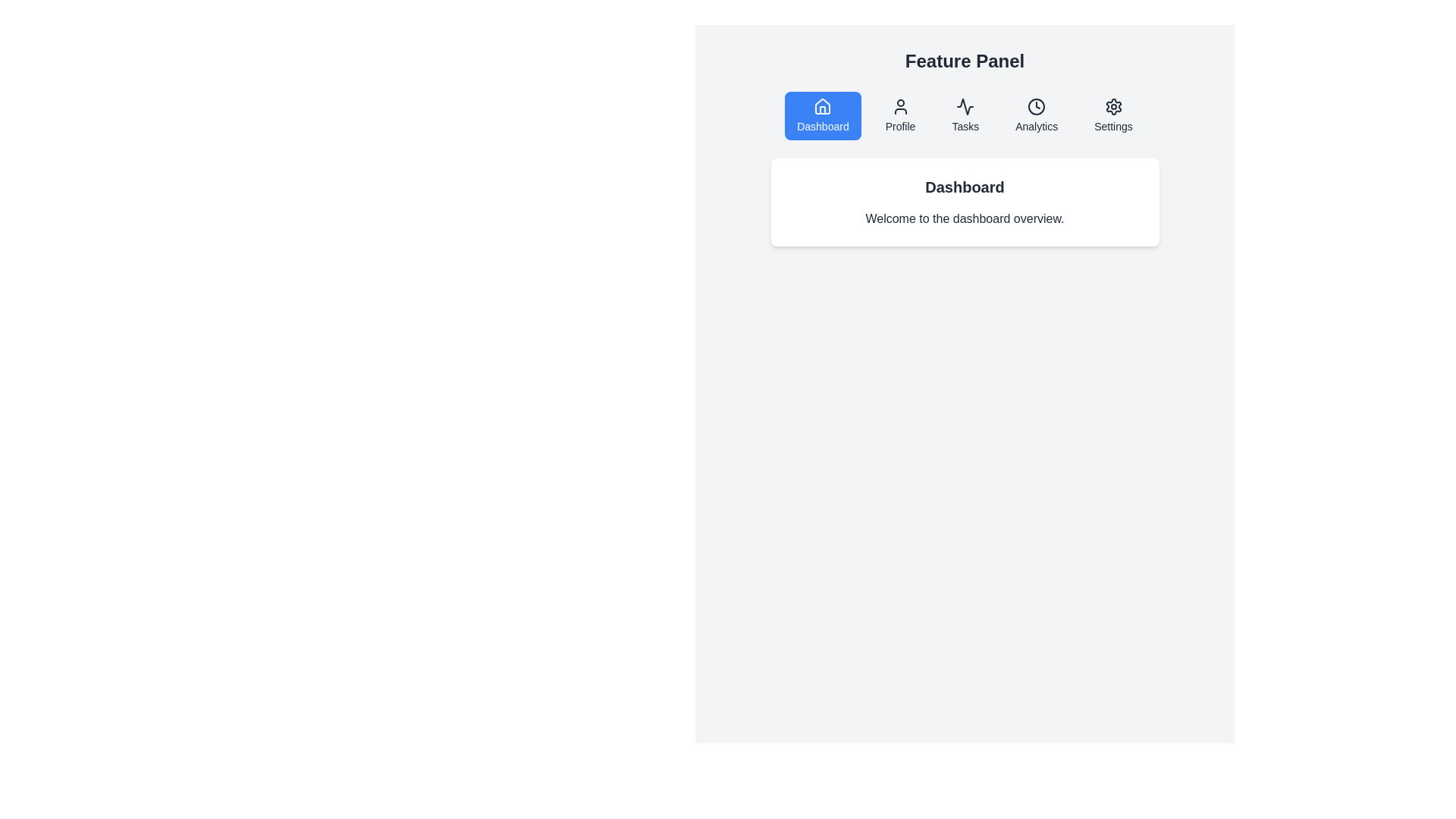 The image size is (1456, 819). I want to click on the user profile icon located within the 'Profile' button in the top navigation row, second from the left, so click(900, 106).